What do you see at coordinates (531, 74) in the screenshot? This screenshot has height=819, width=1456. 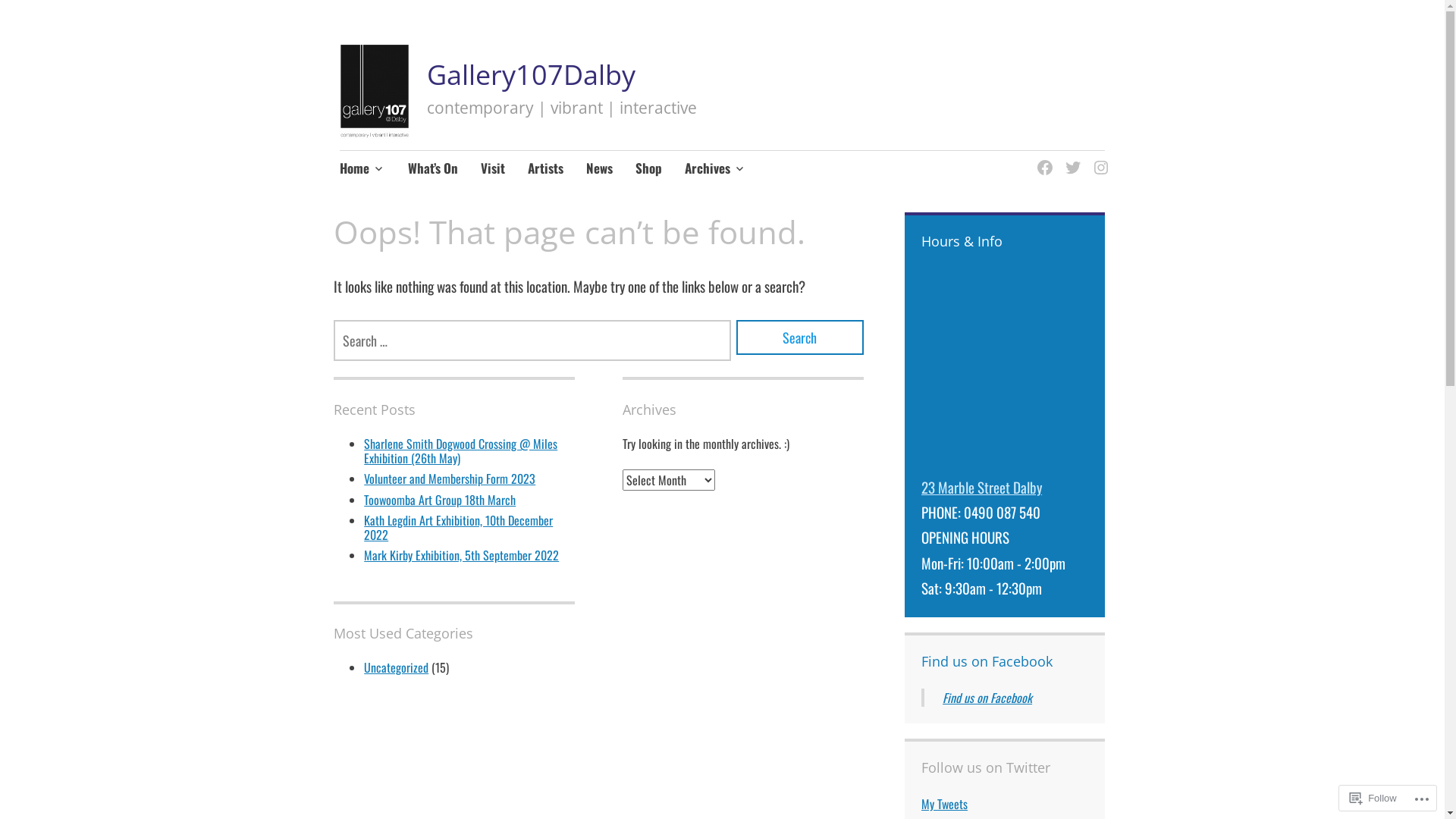 I see `'Gallery107Dalby'` at bounding box center [531, 74].